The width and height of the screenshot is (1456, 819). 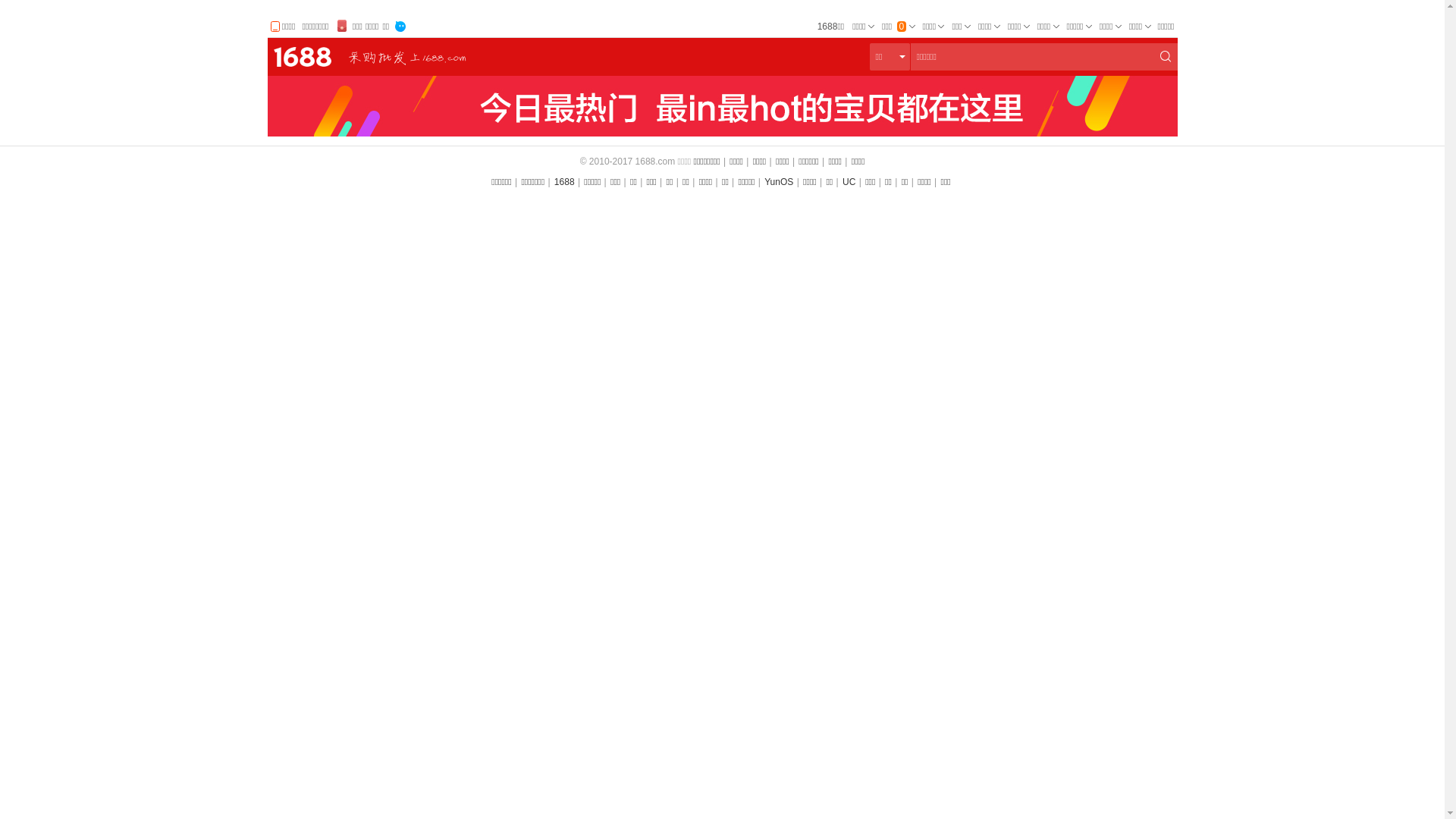 I want to click on 'YunOS', so click(x=764, y=180).